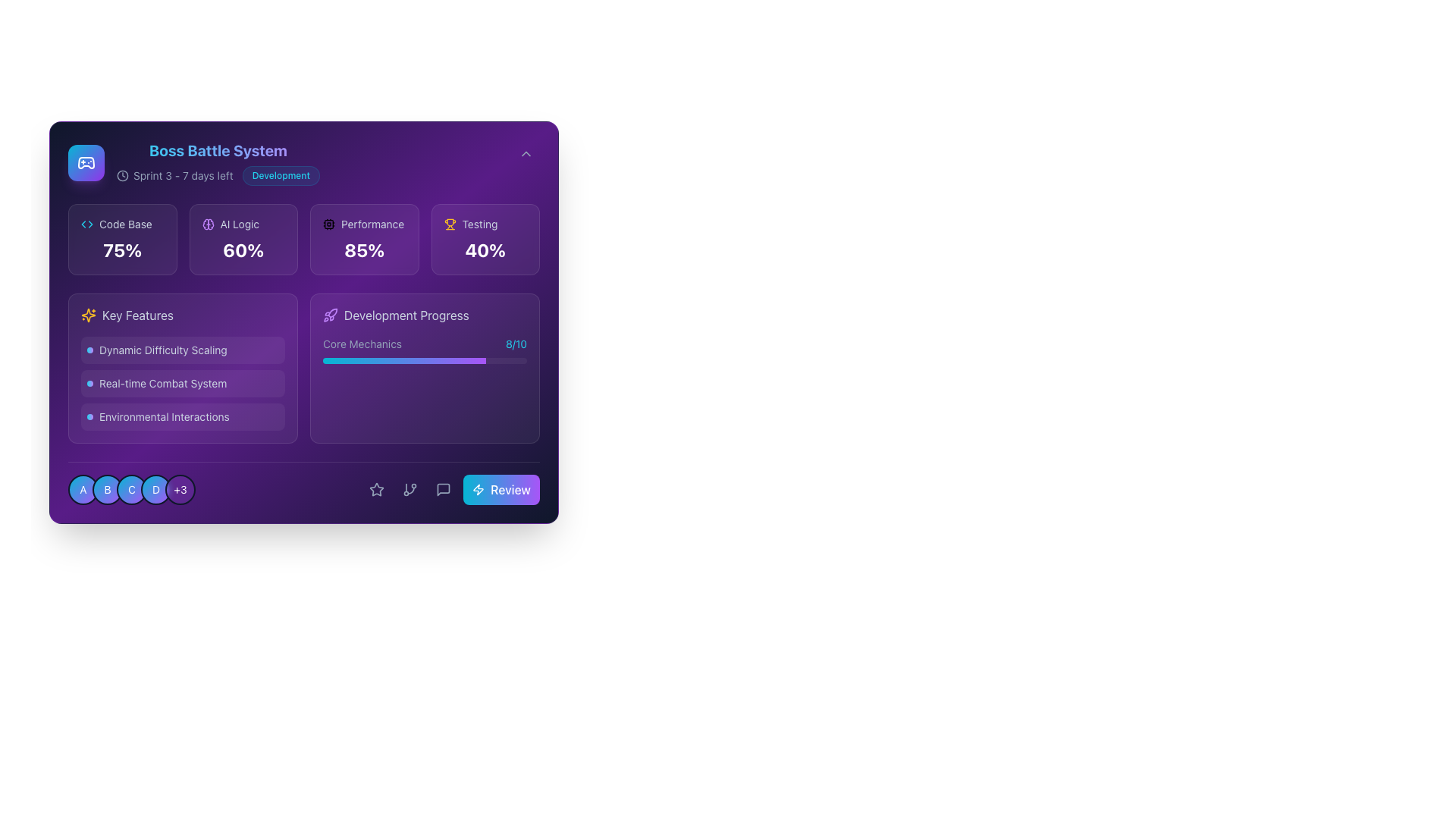  What do you see at coordinates (205, 224) in the screenshot?
I see `the left-side curved shape of the SVG graphic element representing a brain or cloud located in the bottom center area of the interface` at bounding box center [205, 224].